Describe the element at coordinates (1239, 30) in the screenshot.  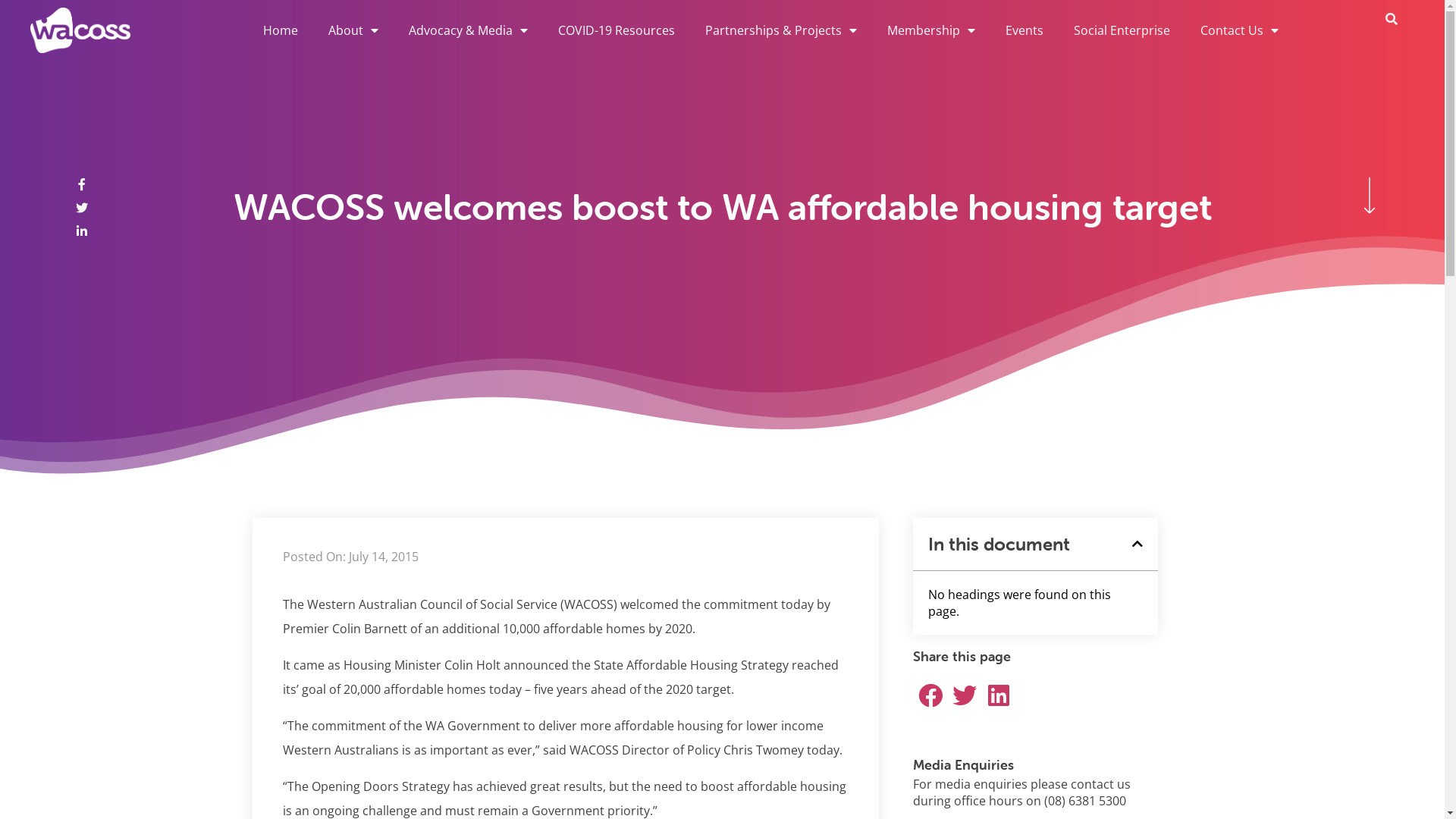
I see `'Contact Us'` at that location.